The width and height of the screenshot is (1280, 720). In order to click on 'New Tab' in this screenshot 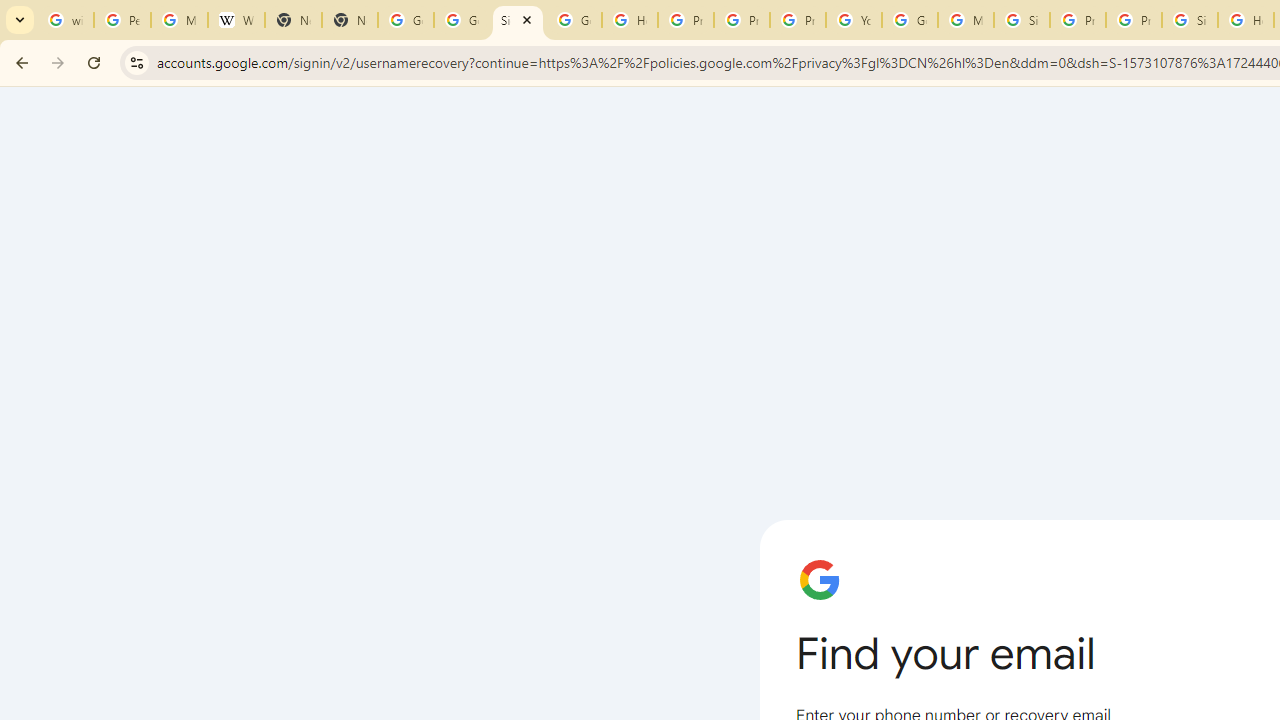, I will do `click(292, 20)`.